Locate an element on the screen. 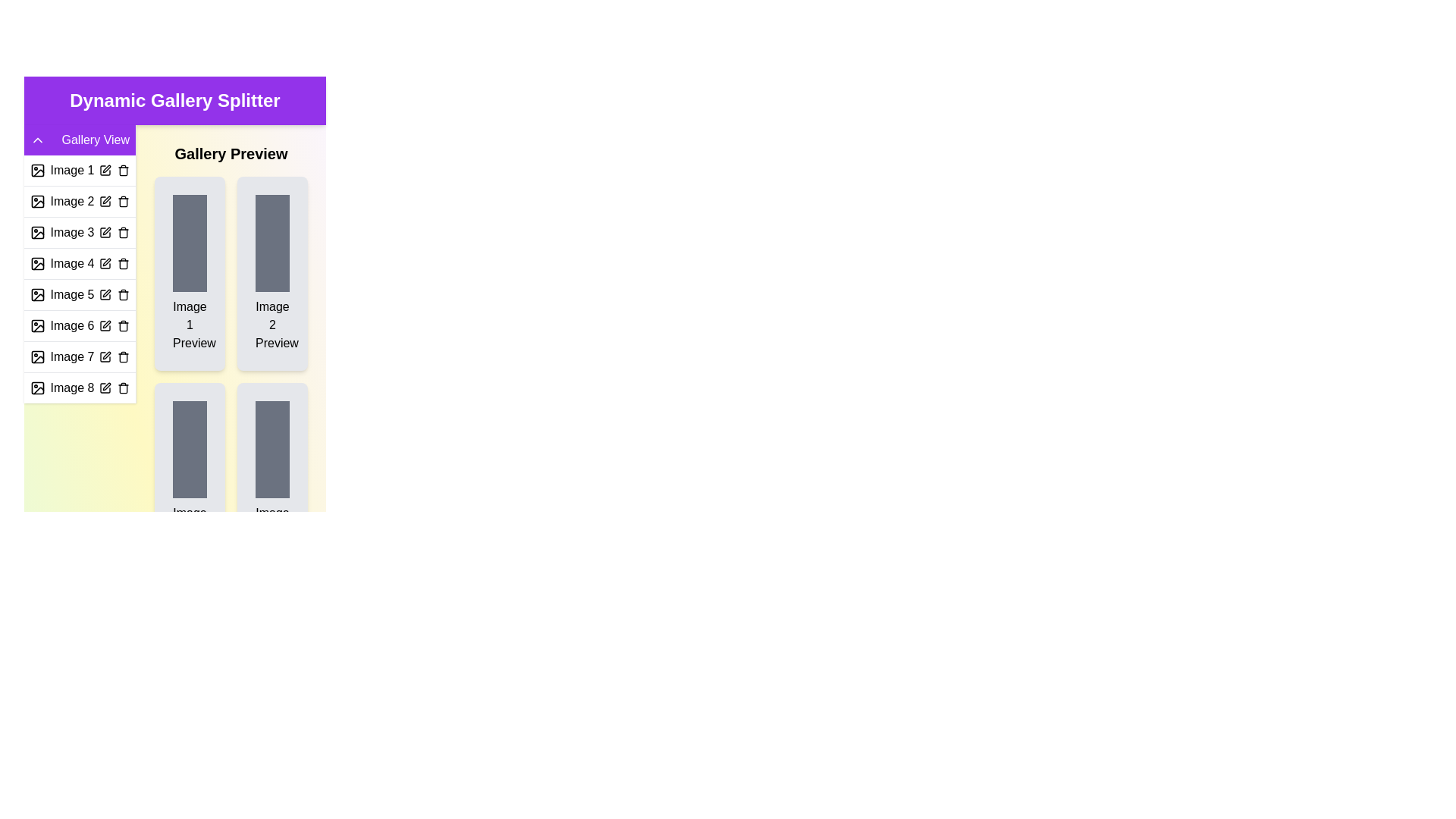  the trash icon button located to the far right of 'Image 8' in the 'Gallery View', which changes color to red upon hovering is located at coordinates (124, 388).